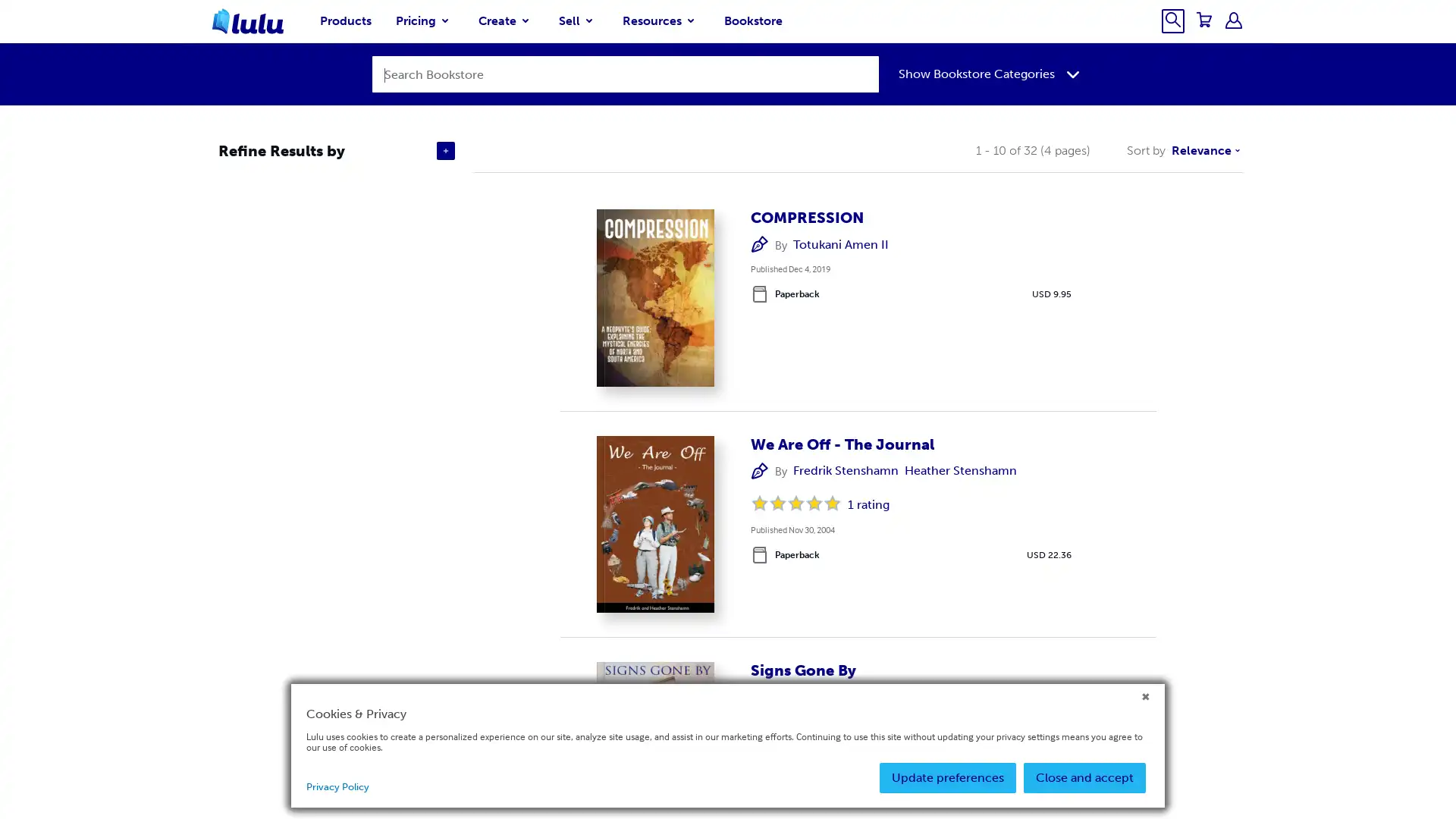 The height and width of the screenshot is (819, 1456). What do you see at coordinates (814, 503) in the screenshot?
I see `Choose 4 stars` at bounding box center [814, 503].